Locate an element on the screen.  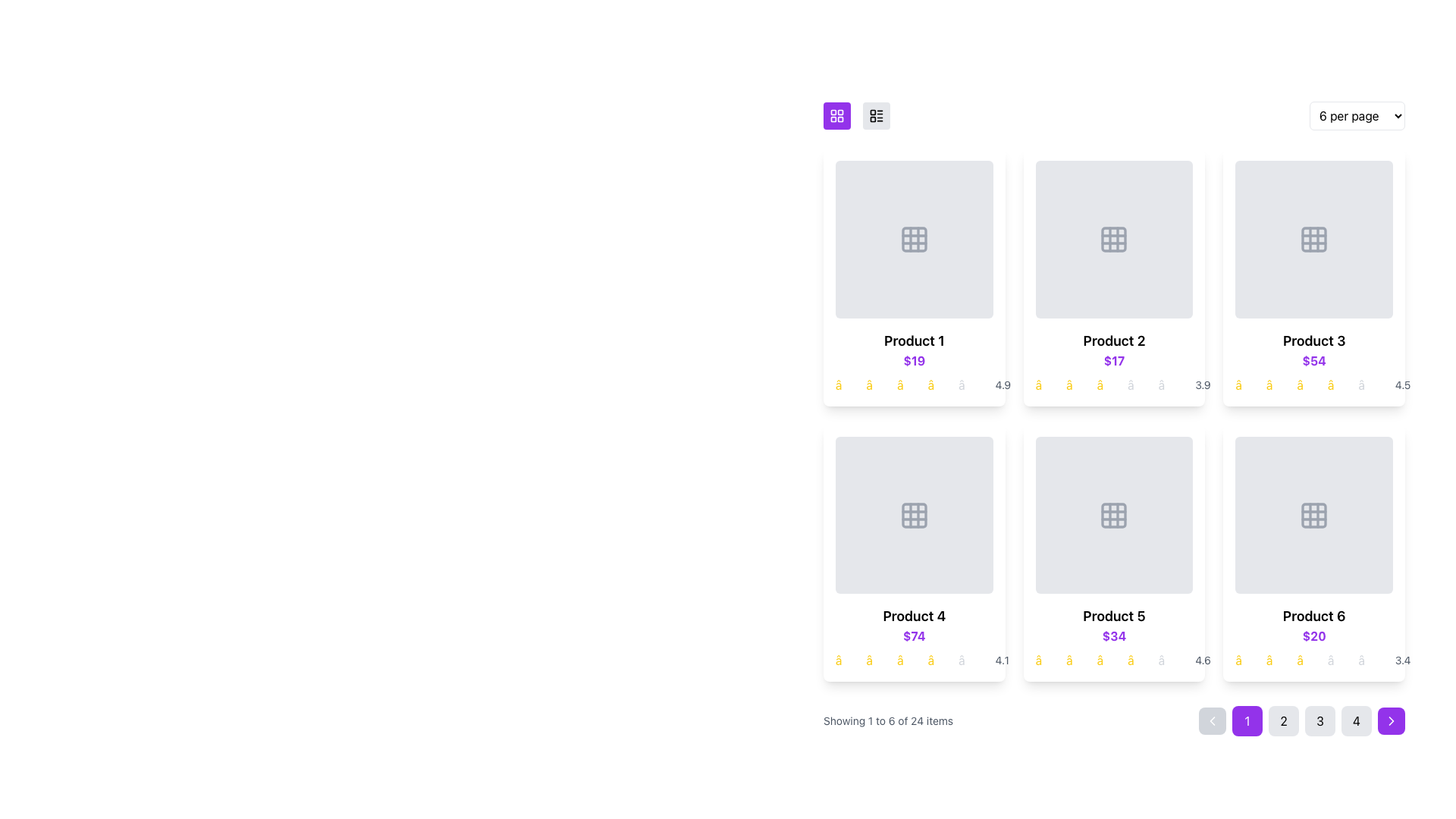
the rating display for 'Product 5', which shows four highlighted stars and one dimmed star, indicating a rating of 4 out of 5 is located at coordinates (1112, 660).